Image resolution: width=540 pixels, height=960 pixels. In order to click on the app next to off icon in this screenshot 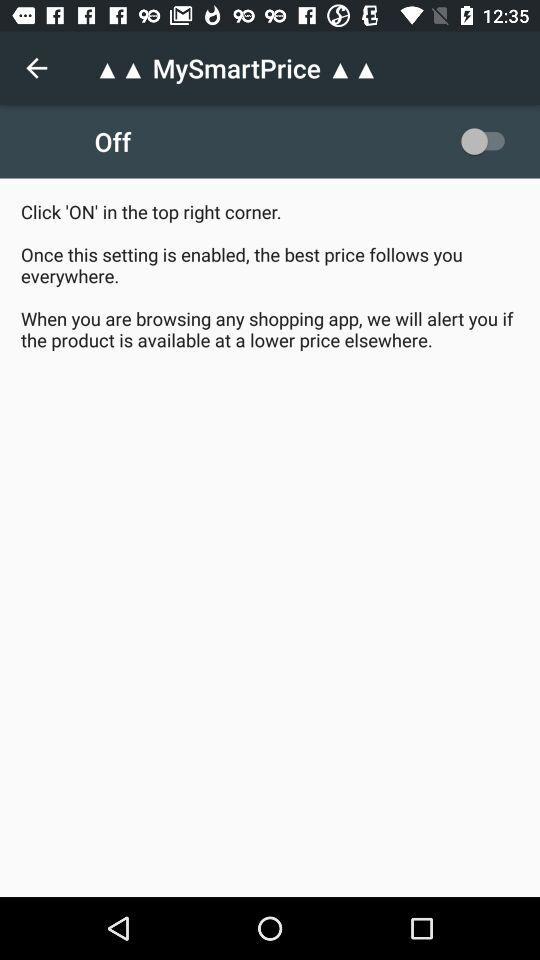, I will do `click(486, 140)`.